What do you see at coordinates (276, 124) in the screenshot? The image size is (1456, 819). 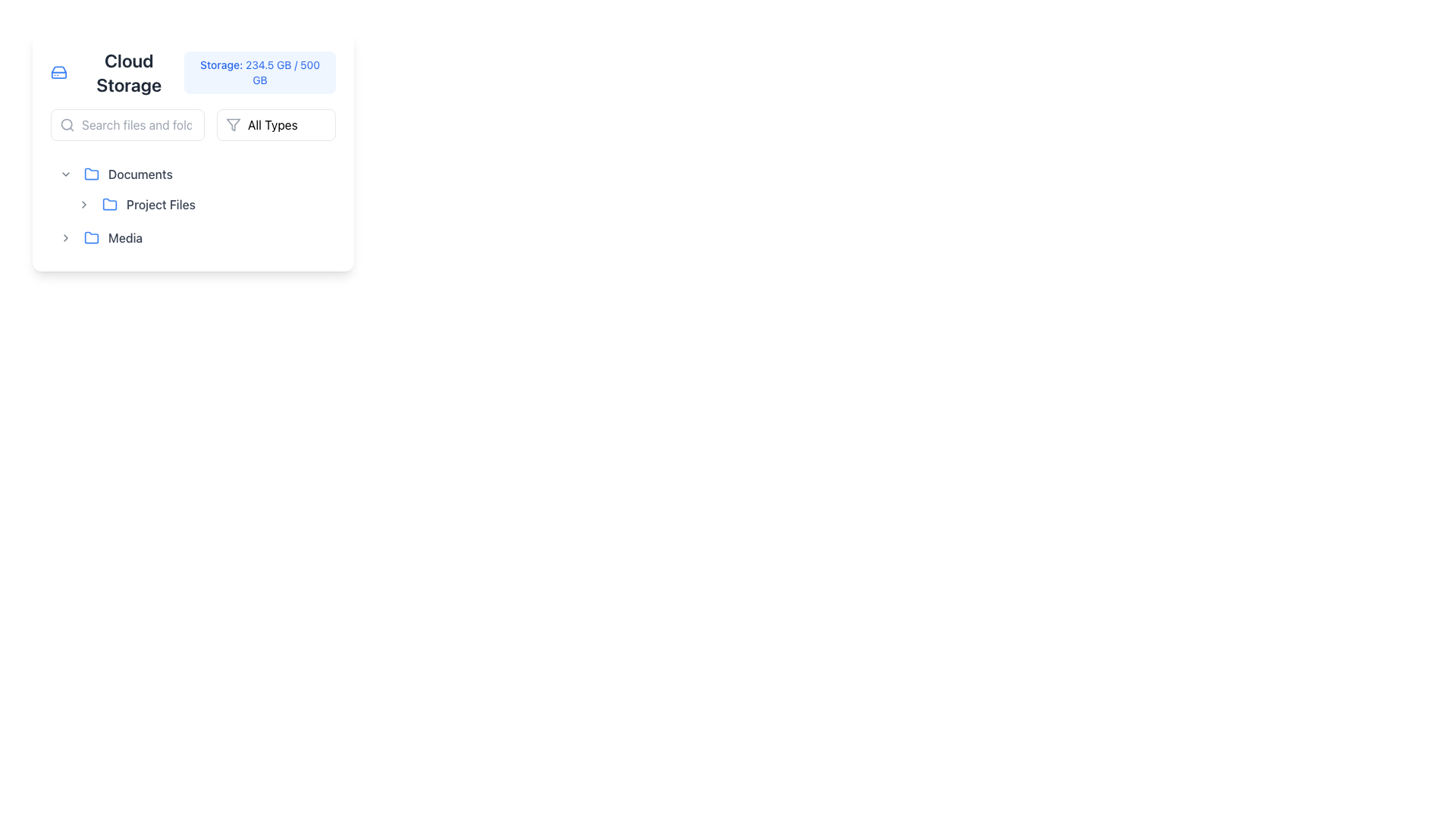 I see `the dropdown menu located in the upper-right section of the sidebar layout` at bounding box center [276, 124].